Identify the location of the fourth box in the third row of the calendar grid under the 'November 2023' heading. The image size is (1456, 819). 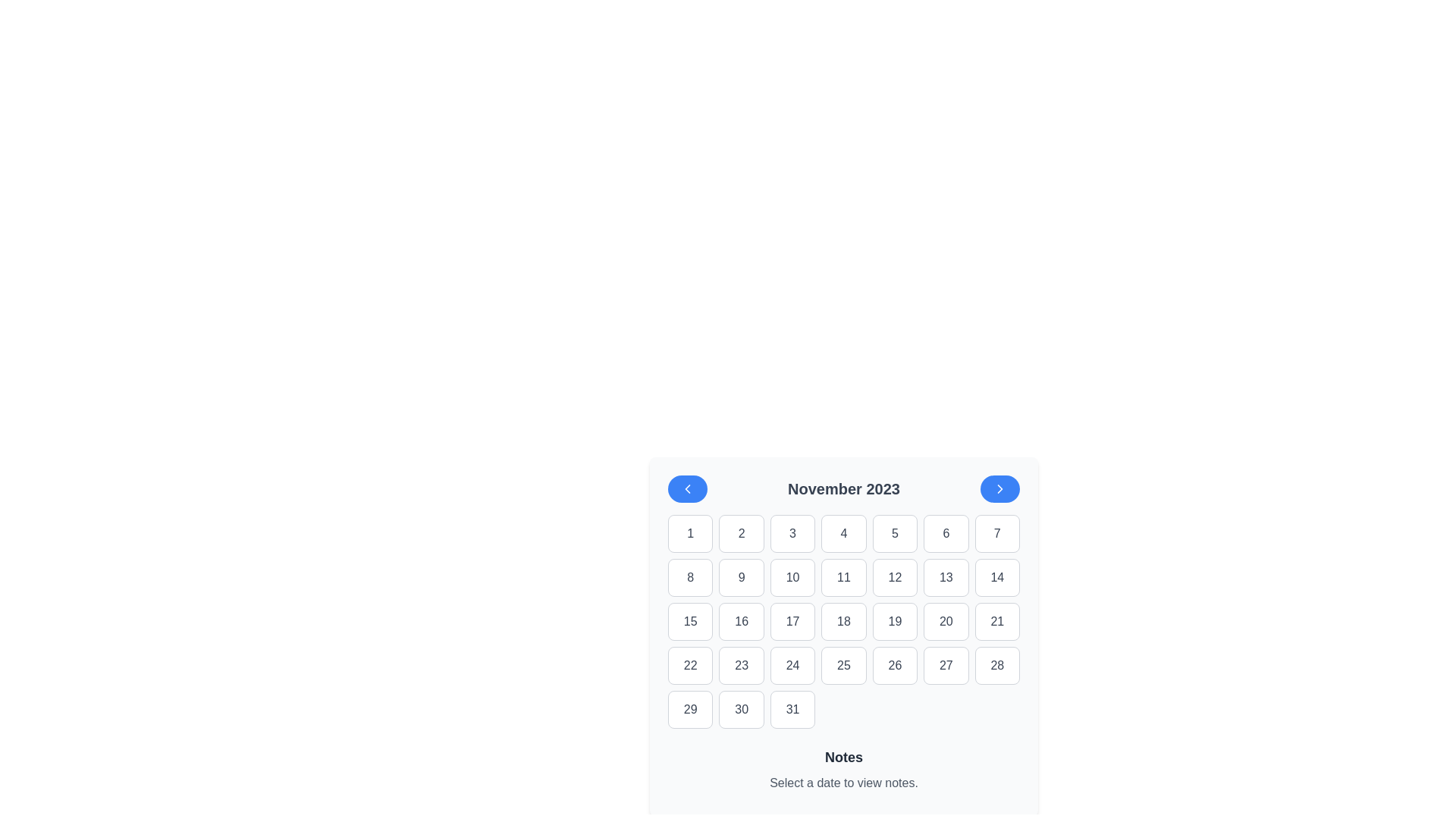
(843, 622).